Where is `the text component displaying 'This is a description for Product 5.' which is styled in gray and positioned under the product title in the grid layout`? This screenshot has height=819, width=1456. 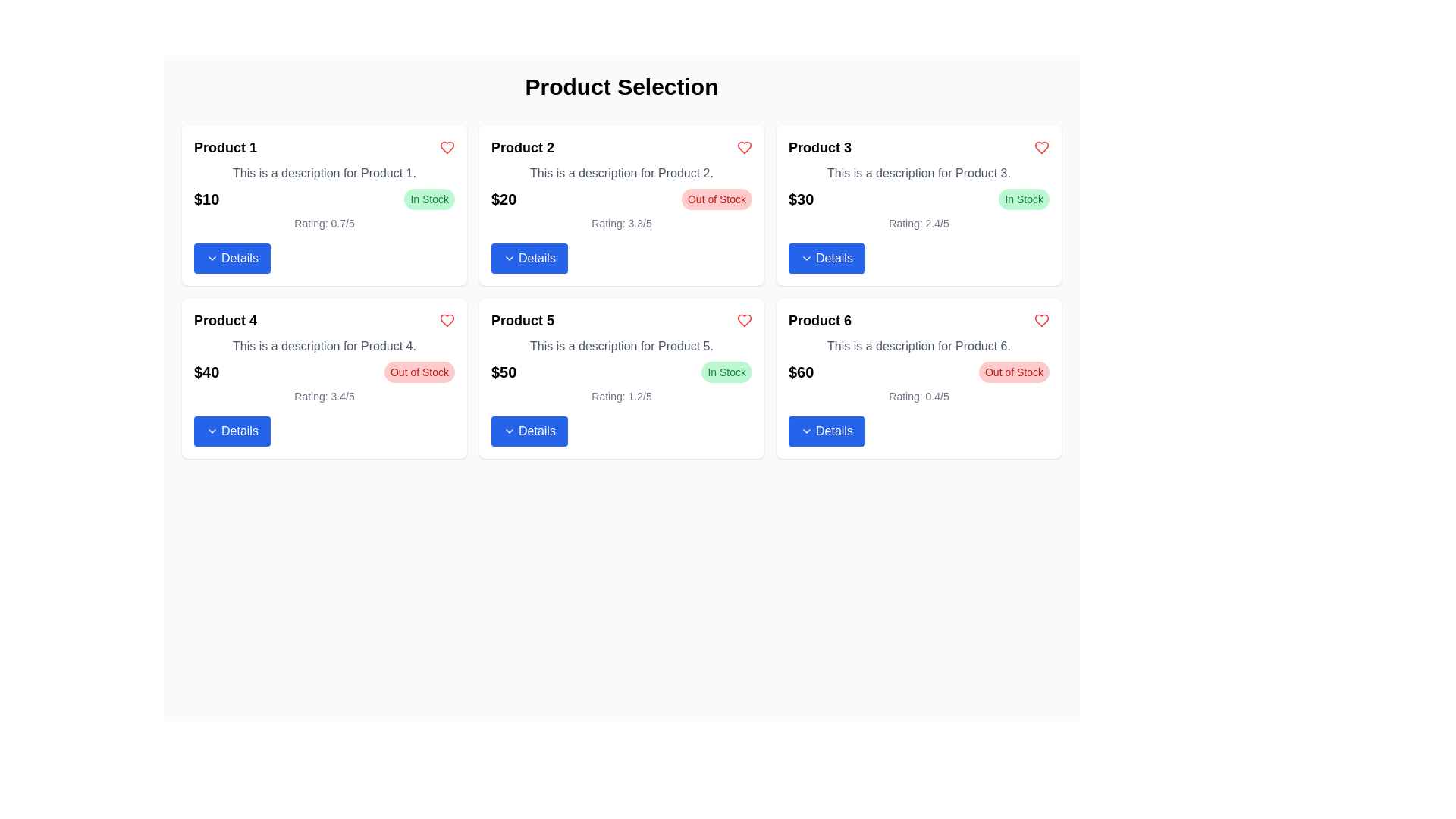 the text component displaying 'This is a description for Product 5.' which is styled in gray and positioned under the product title in the grid layout is located at coordinates (622, 346).